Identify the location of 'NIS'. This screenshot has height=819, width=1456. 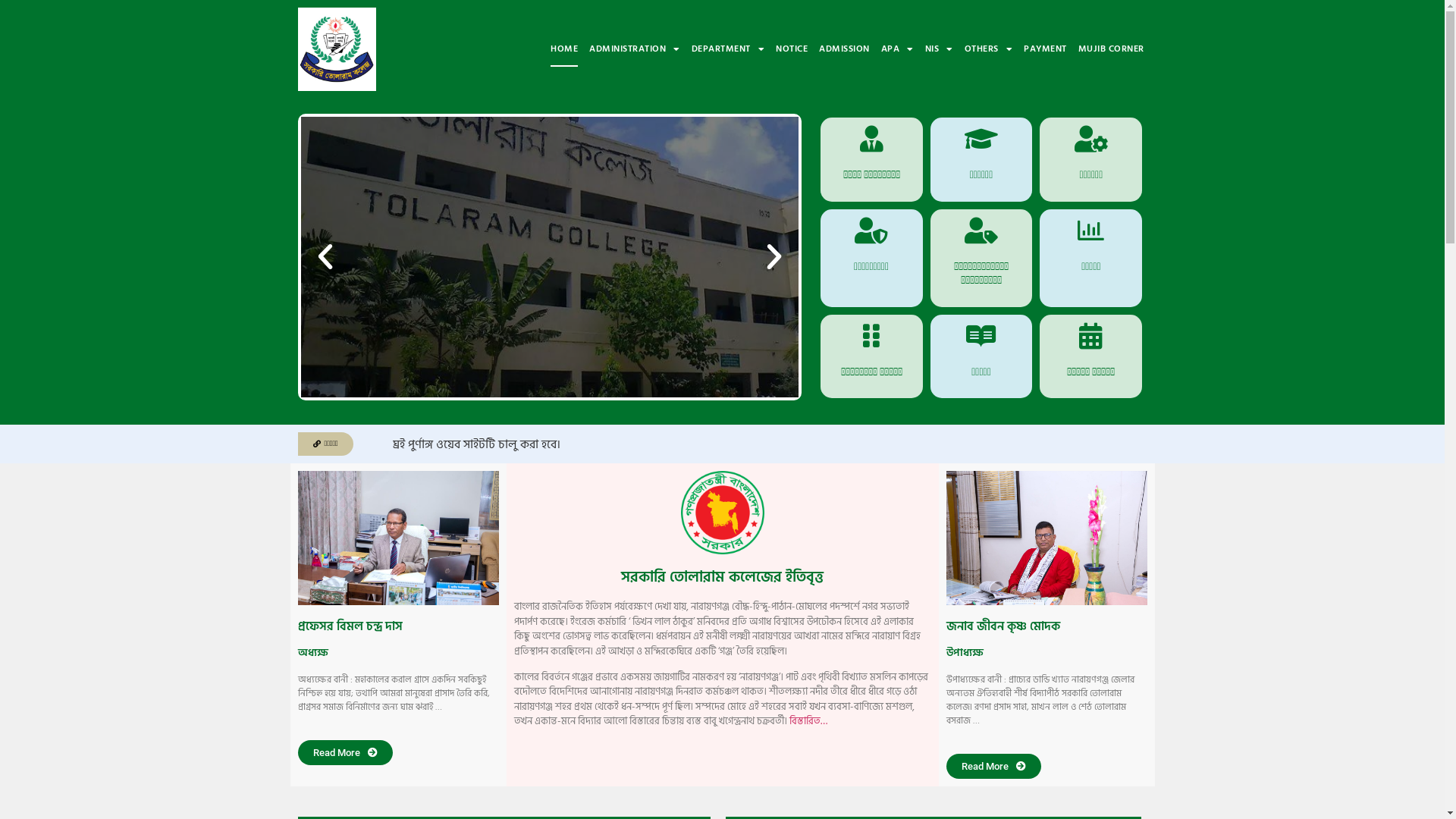
(938, 49).